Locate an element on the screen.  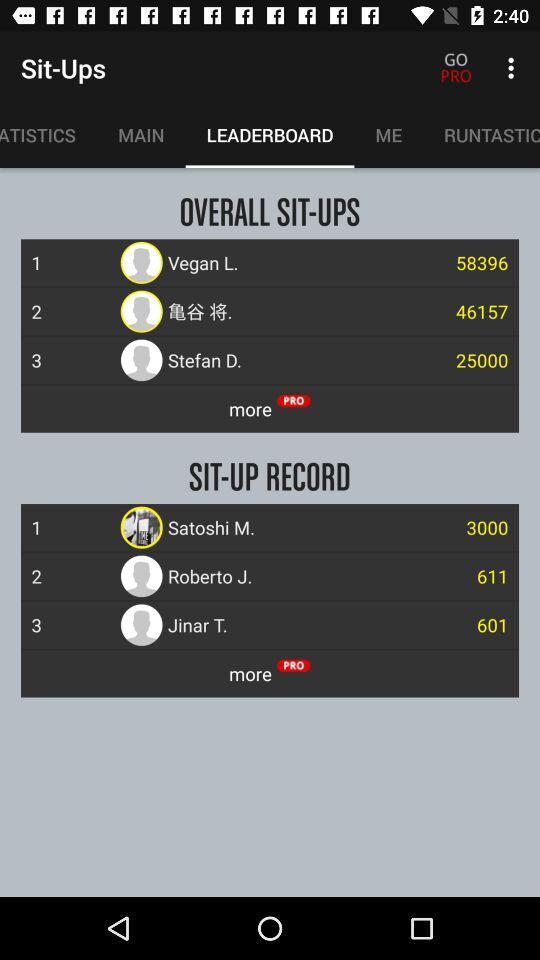
item below the sit-ups app is located at coordinates (140, 134).